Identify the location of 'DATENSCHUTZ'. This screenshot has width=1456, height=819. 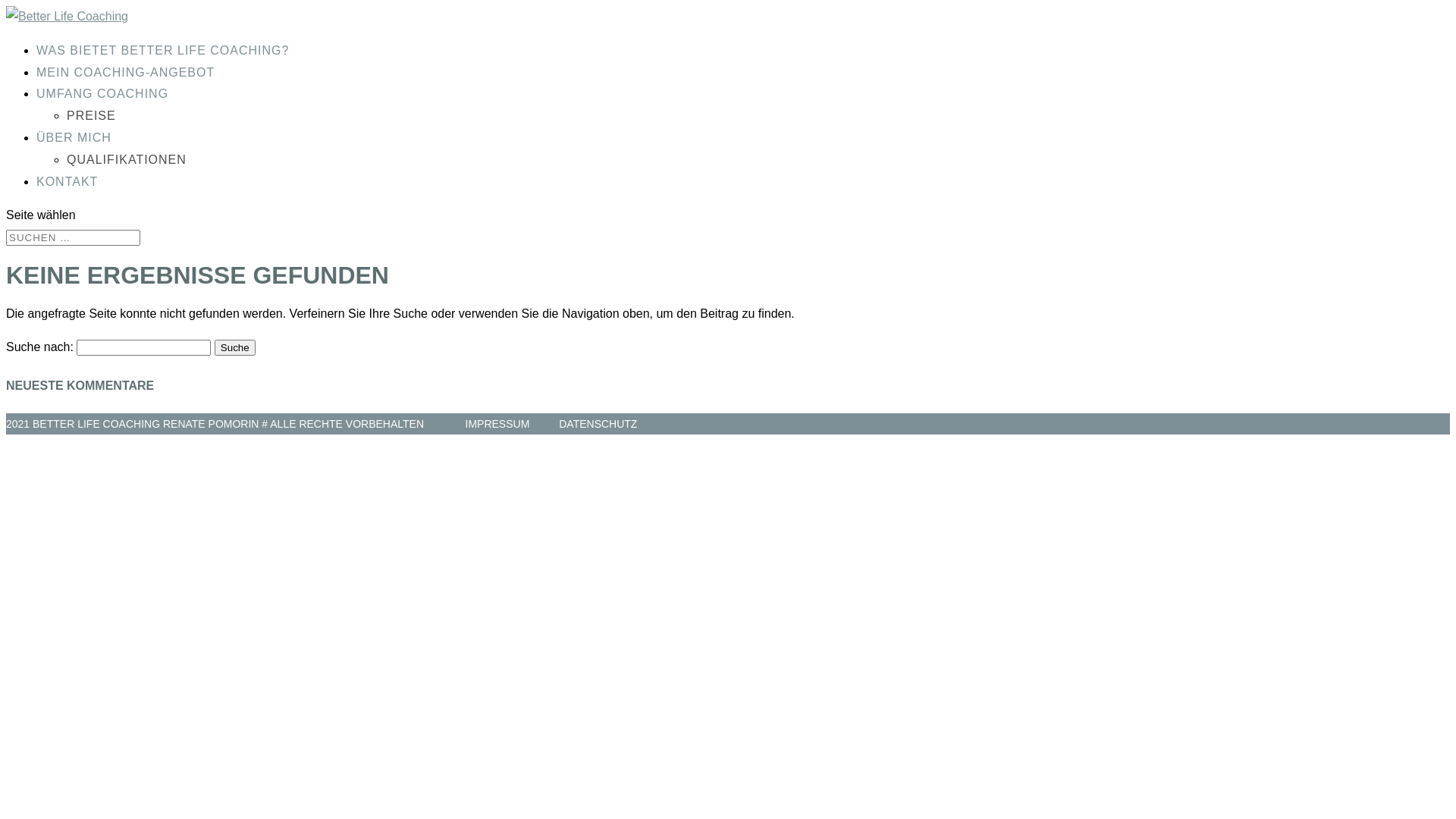
(597, 424).